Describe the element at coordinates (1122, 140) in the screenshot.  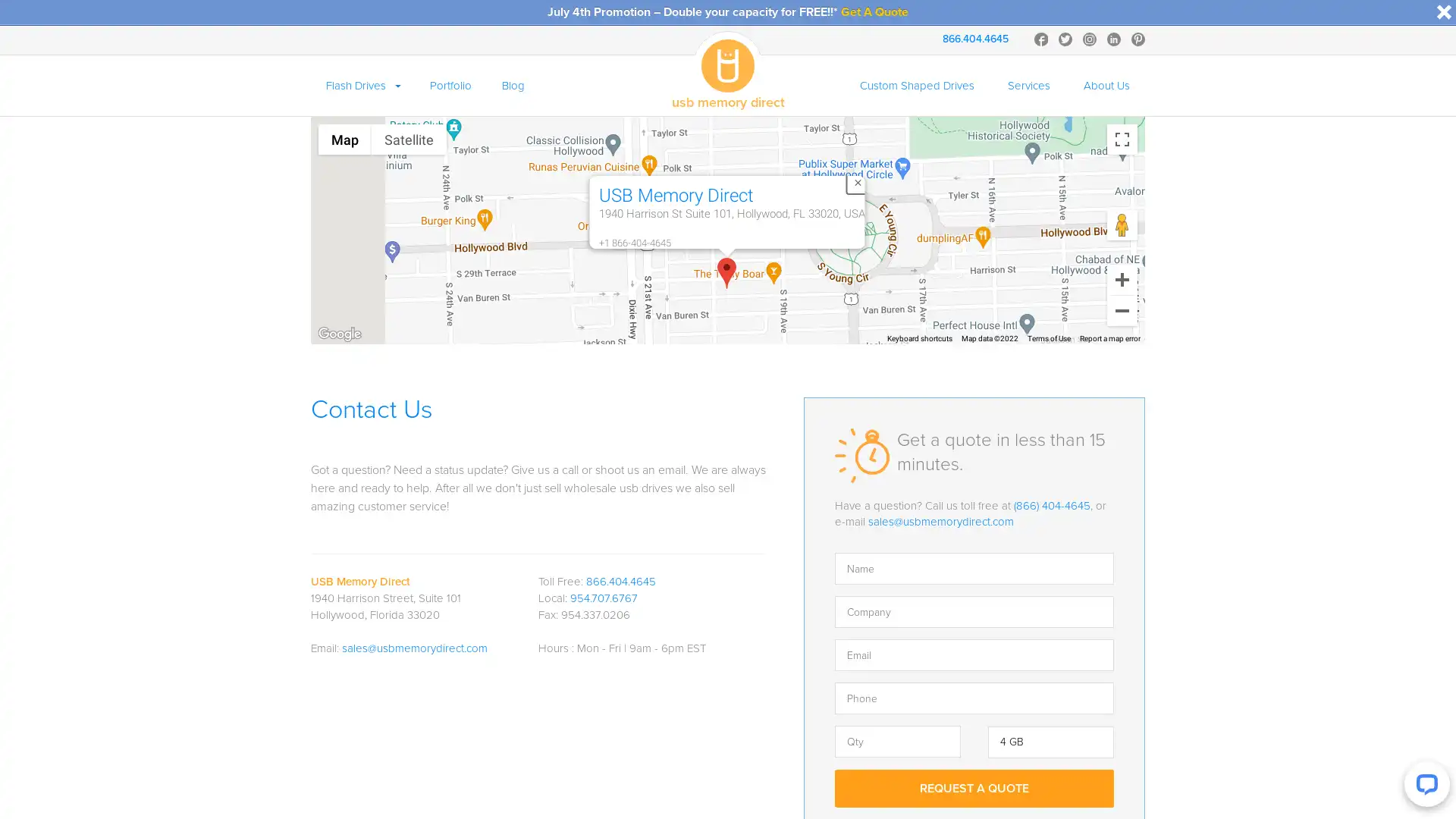
I see `Toggle fullscreen view` at that location.